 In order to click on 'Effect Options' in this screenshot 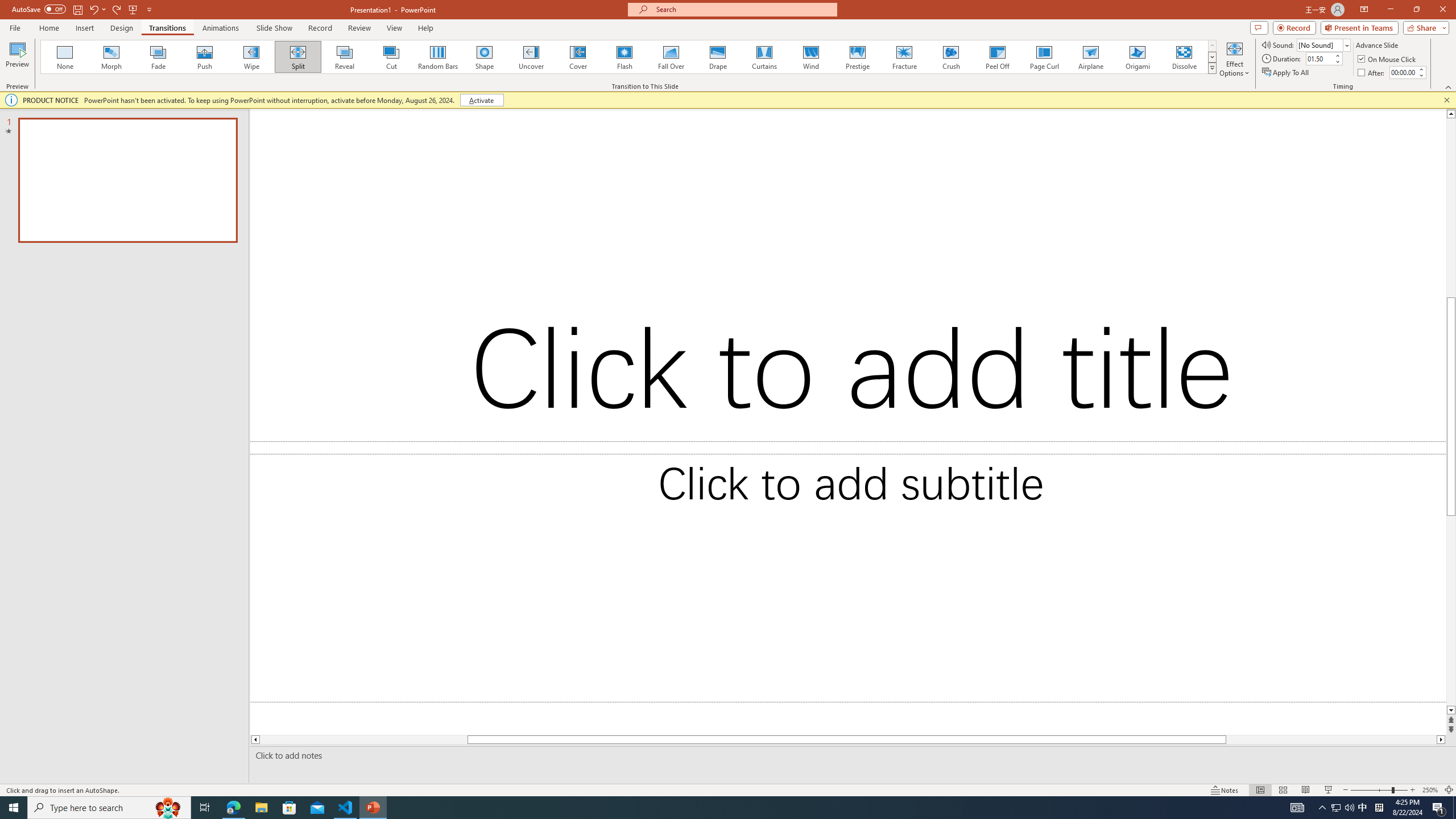, I will do `click(1234, 59)`.